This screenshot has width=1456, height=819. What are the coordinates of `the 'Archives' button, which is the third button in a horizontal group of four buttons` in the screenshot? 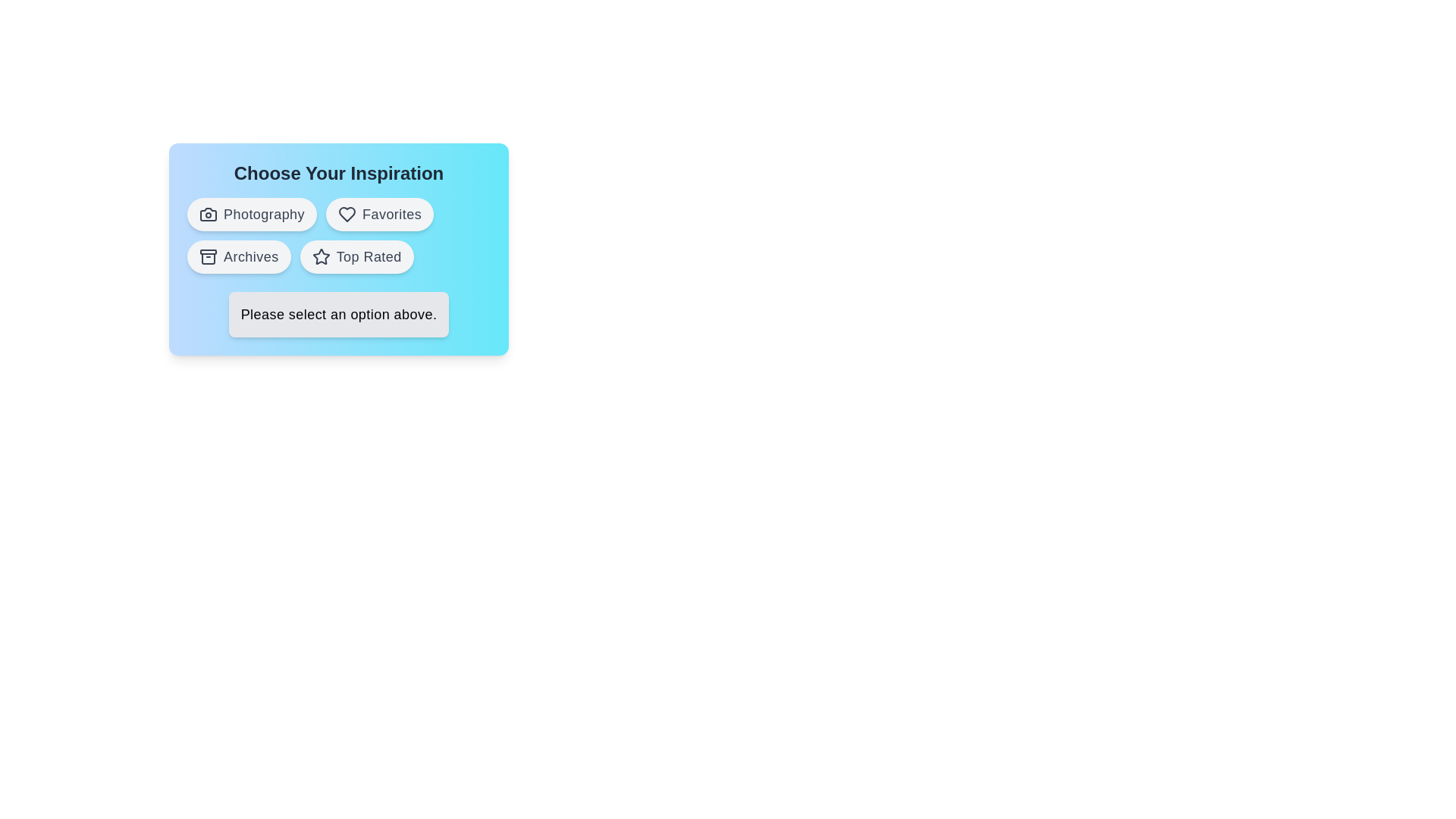 It's located at (238, 256).